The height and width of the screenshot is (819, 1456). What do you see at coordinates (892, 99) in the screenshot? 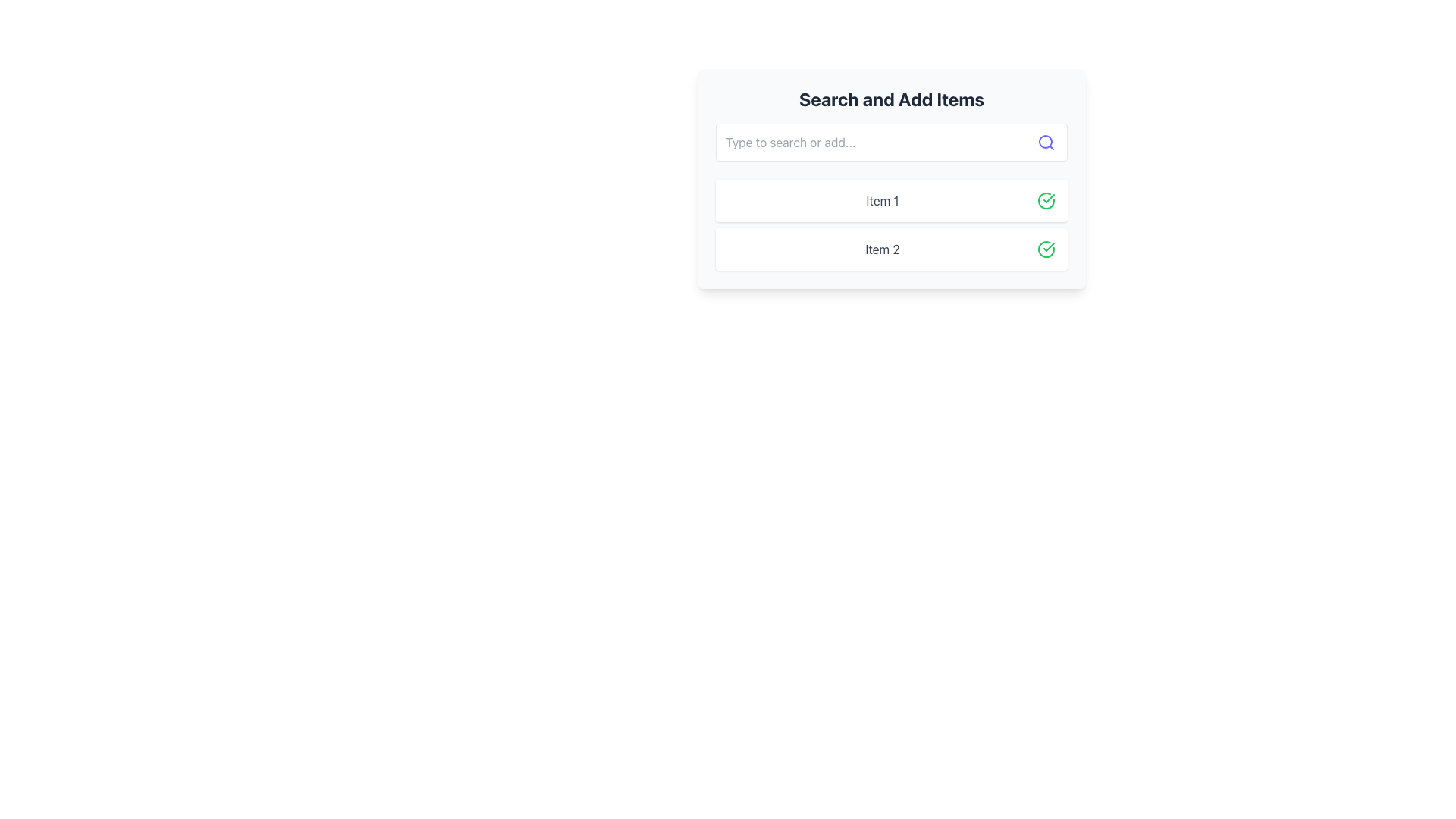
I see `the bold heading with the text 'Search and Add Items', which is prominently displayed at the top of a rectangular card interface` at bounding box center [892, 99].